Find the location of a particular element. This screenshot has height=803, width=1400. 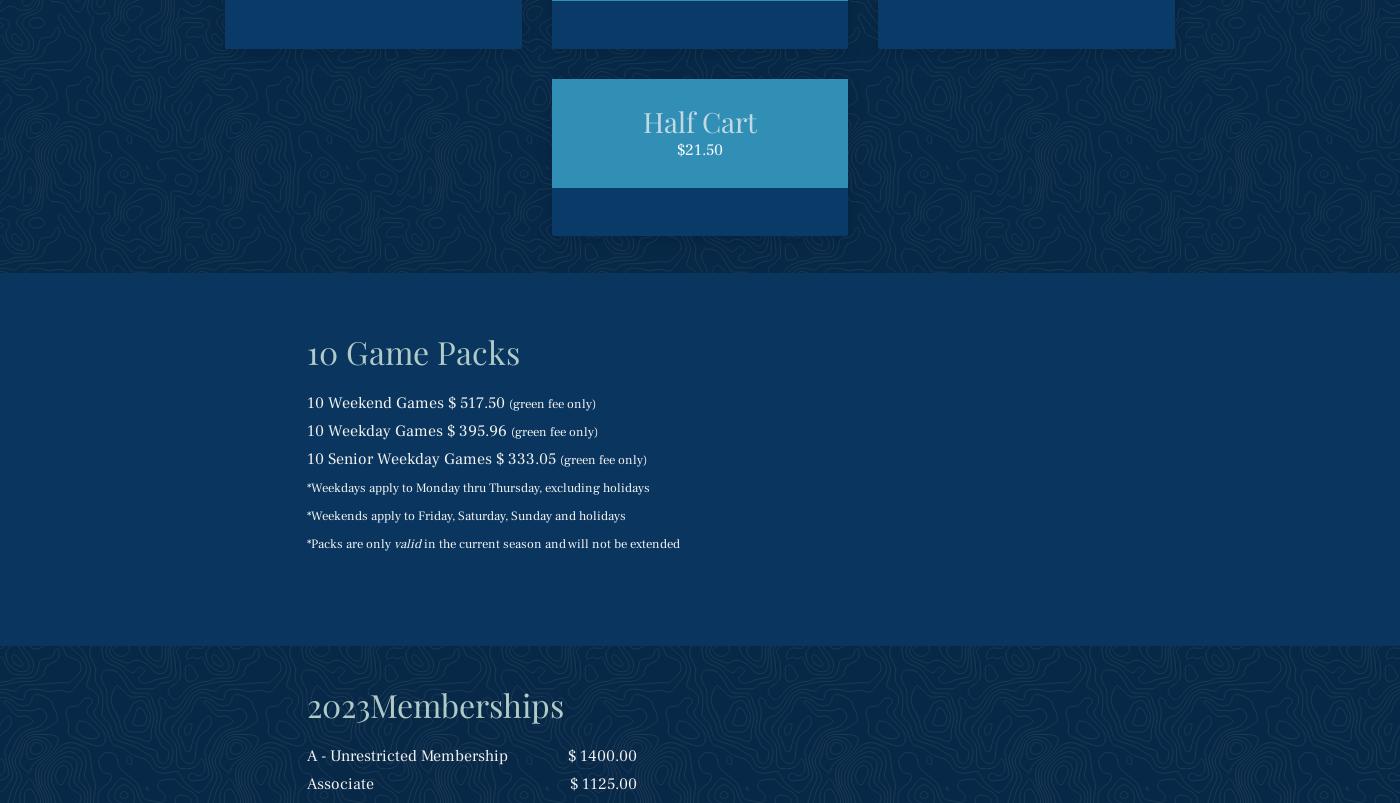

'10 Weekend Games $ 517.50' is located at coordinates (406, 402).